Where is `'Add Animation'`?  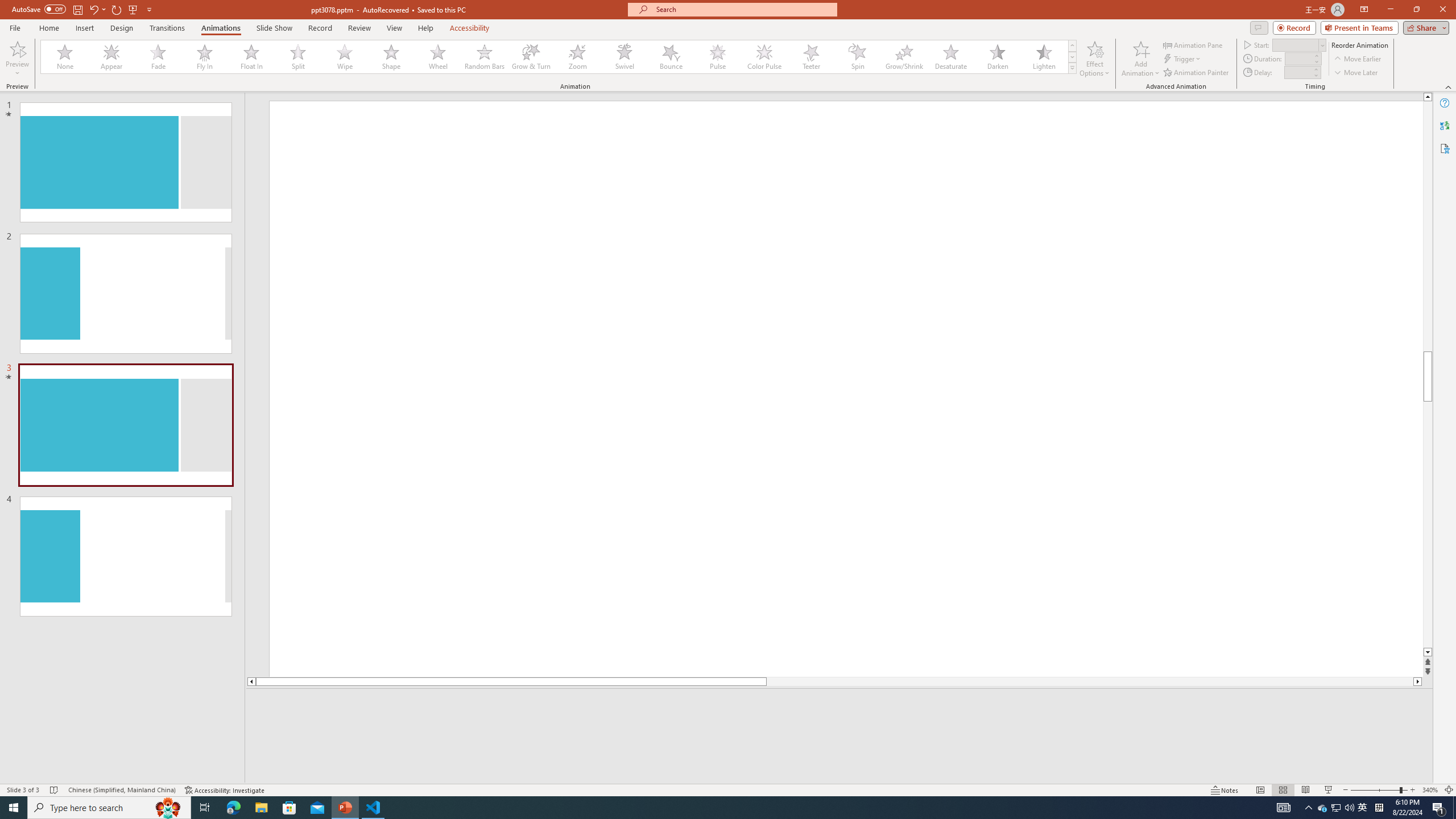
'Add Animation' is located at coordinates (1141, 59).